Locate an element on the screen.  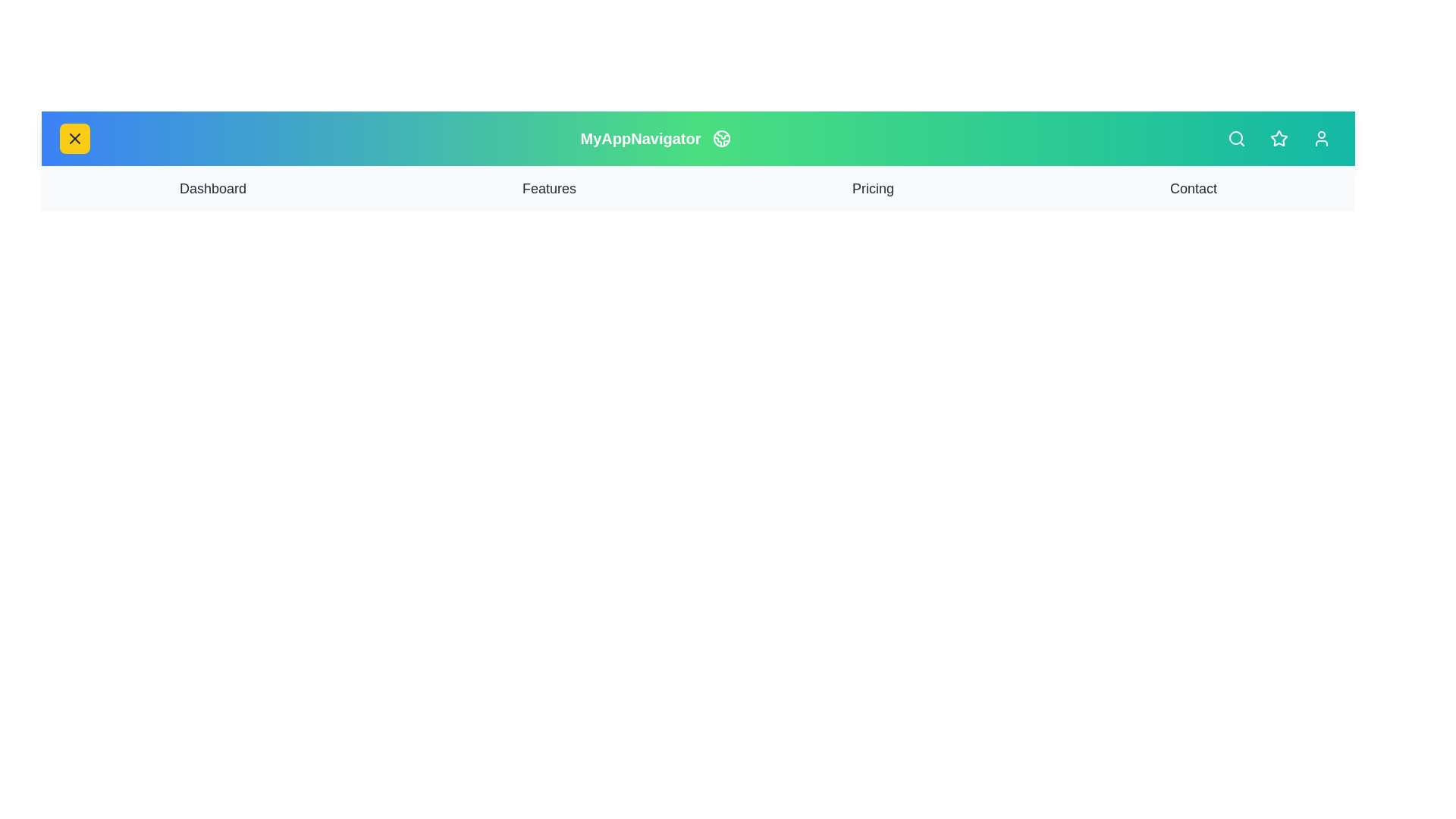
the 'User' icon in the top-right corner of the app bar is located at coordinates (1320, 138).